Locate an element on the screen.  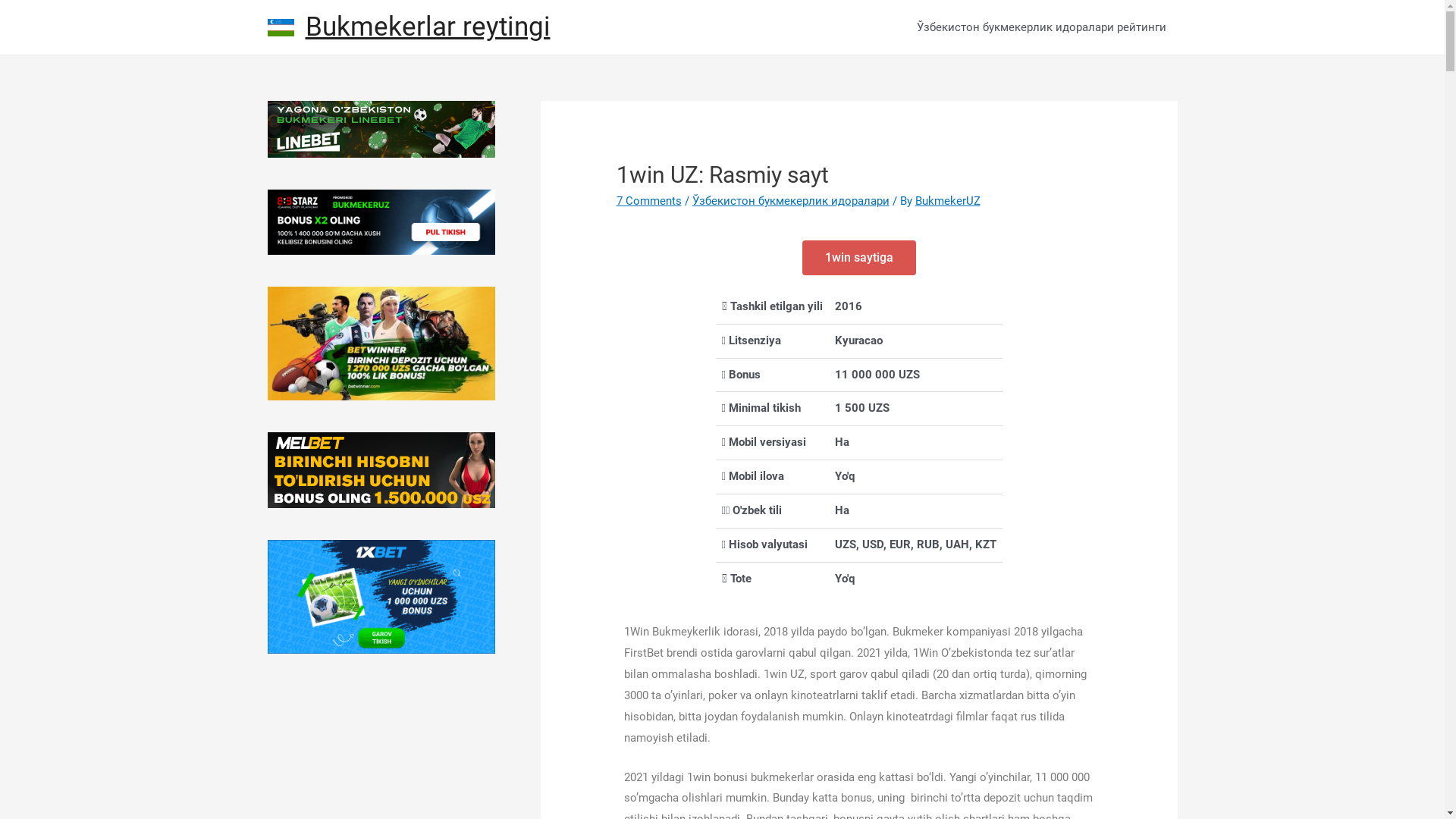
'Bukmekerlar reytingi' is located at coordinates (426, 27).